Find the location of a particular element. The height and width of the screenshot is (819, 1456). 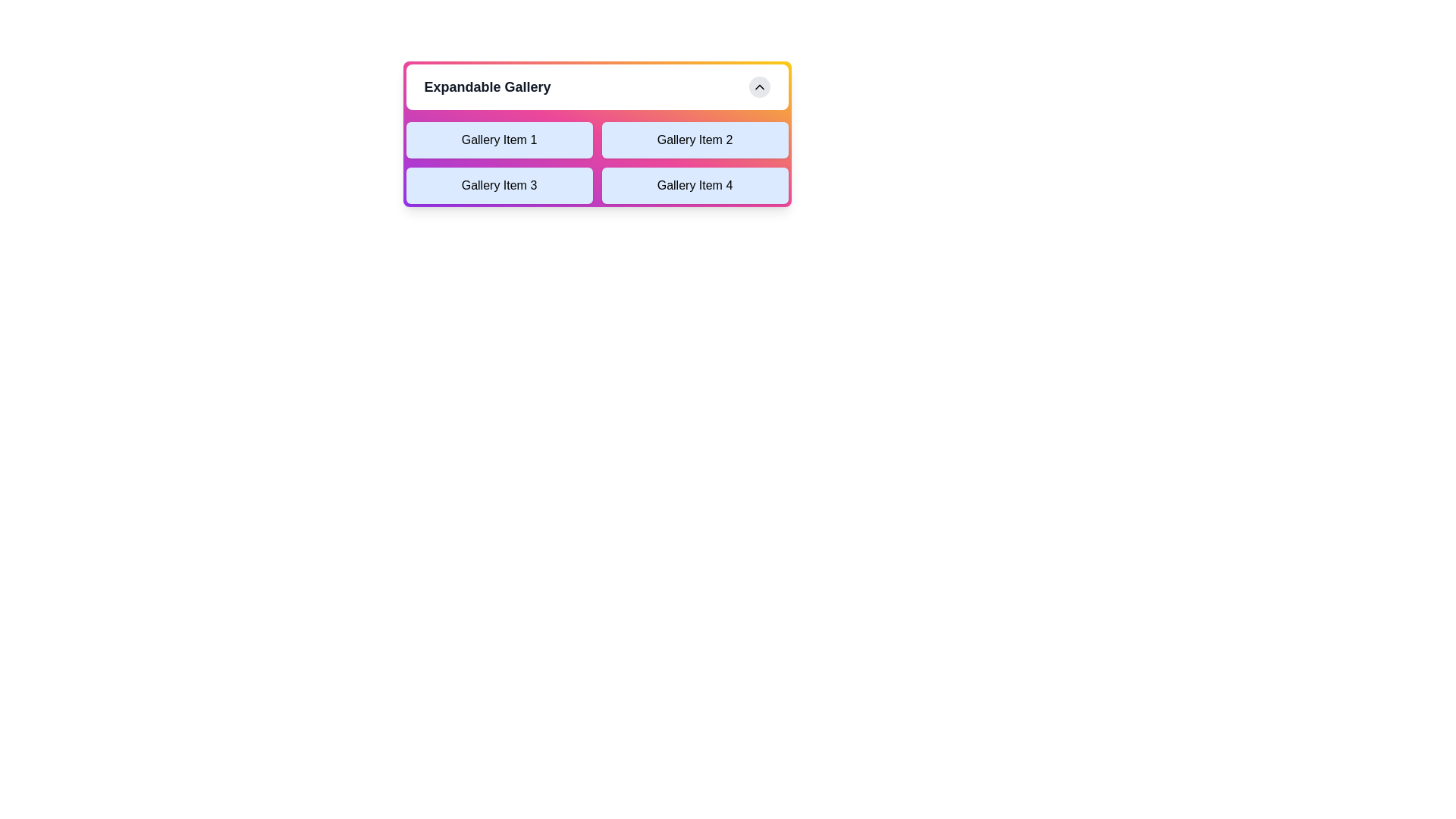

the upward-pointing chevron icon within the circular button is located at coordinates (759, 87).